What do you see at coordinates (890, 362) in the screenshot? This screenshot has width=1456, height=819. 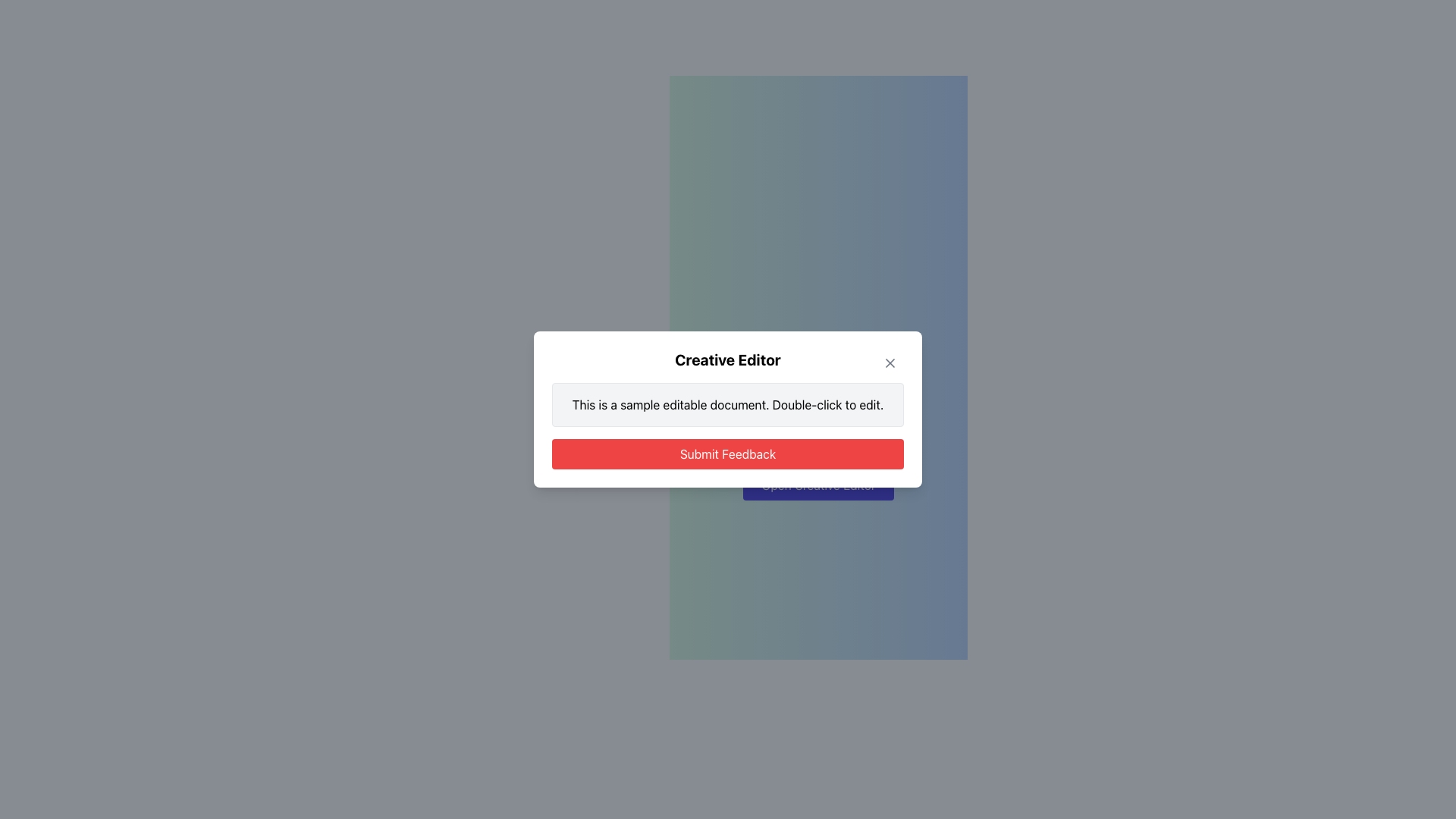 I see `the small cross icon located at the top-right corner of the 'Creative Editor' modal` at bounding box center [890, 362].